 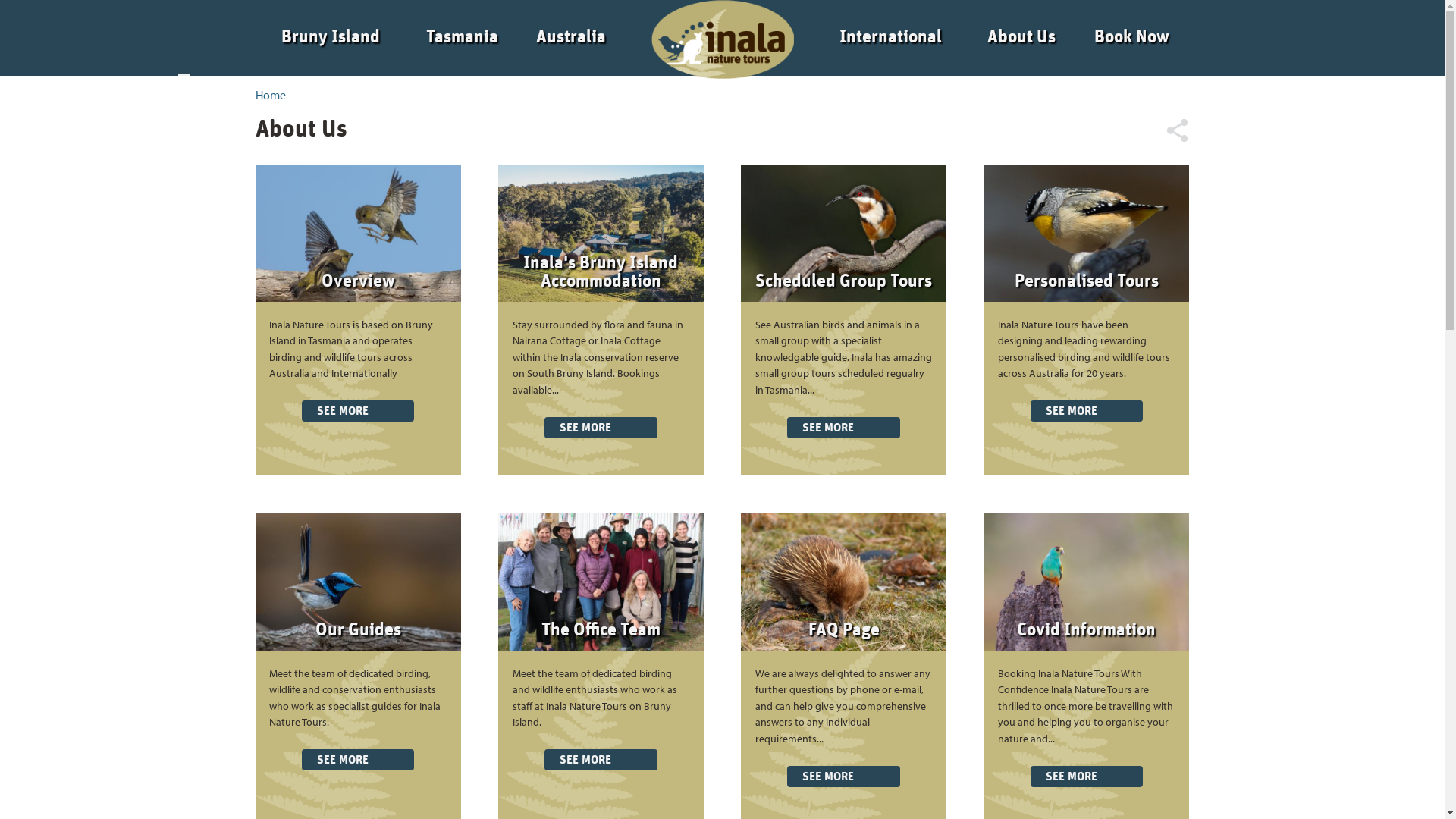 I want to click on 'Australia', so click(x=570, y=36).